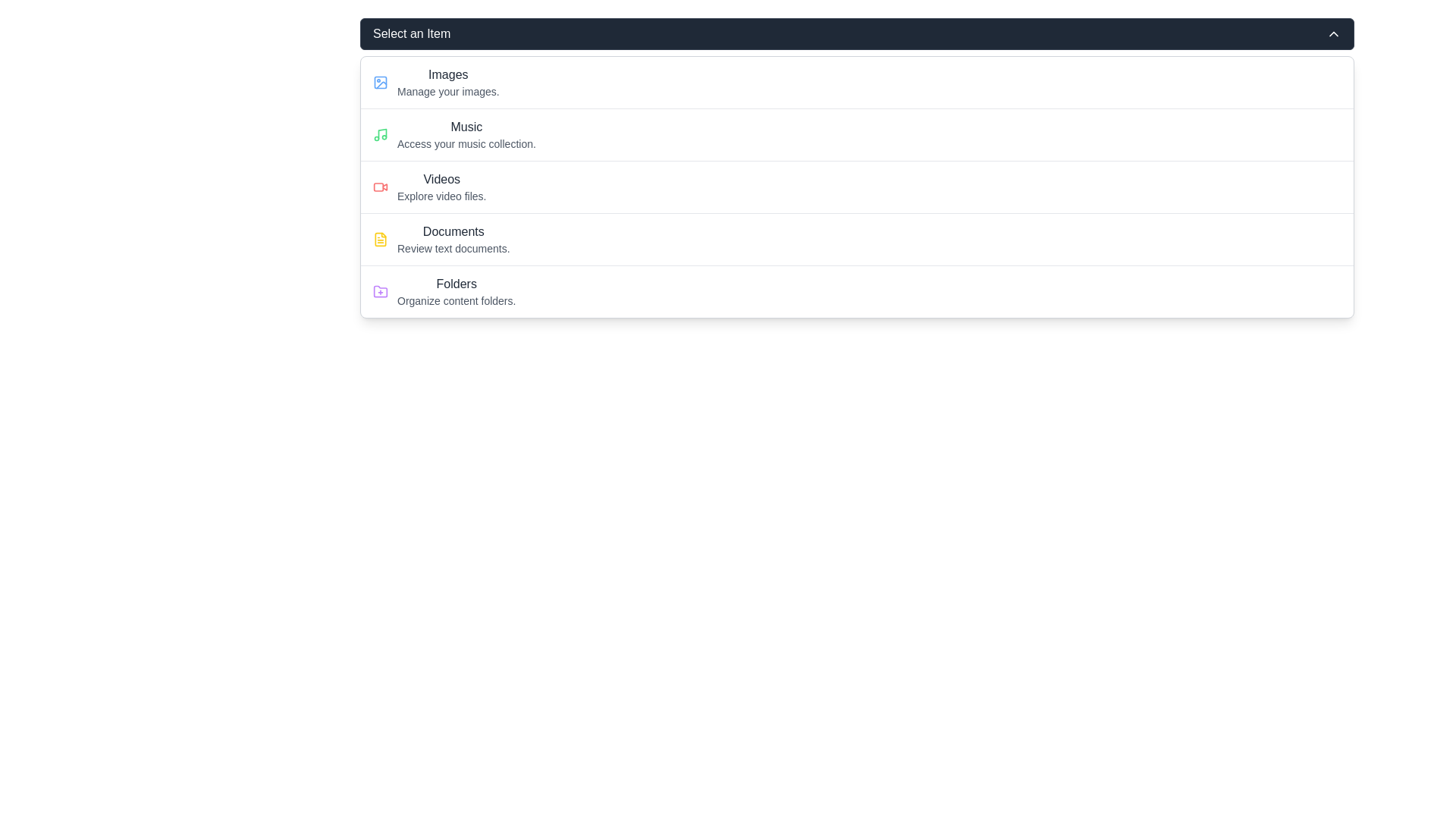 The image size is (1456, 819). What do you see at coordinates (441, 195) in the screenshot?
I see `static text label that displays 'Explore video files.' which is styled in a smaller gray font and positioned below the 'Videos' heading` at bounding box center [441, 195].